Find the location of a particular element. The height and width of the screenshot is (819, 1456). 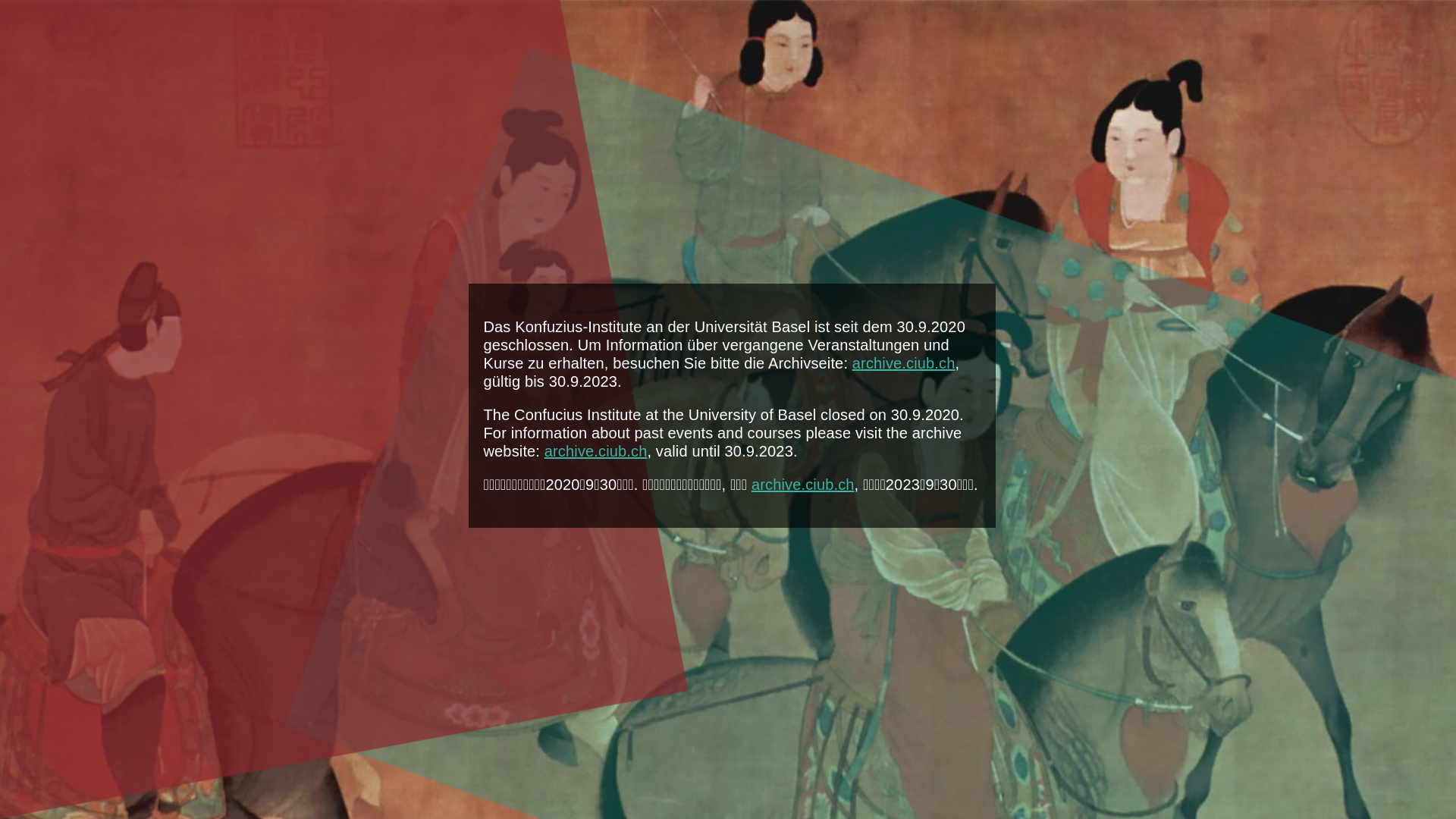

'archive.ciub.ch' is located at coordinates (903, 362).